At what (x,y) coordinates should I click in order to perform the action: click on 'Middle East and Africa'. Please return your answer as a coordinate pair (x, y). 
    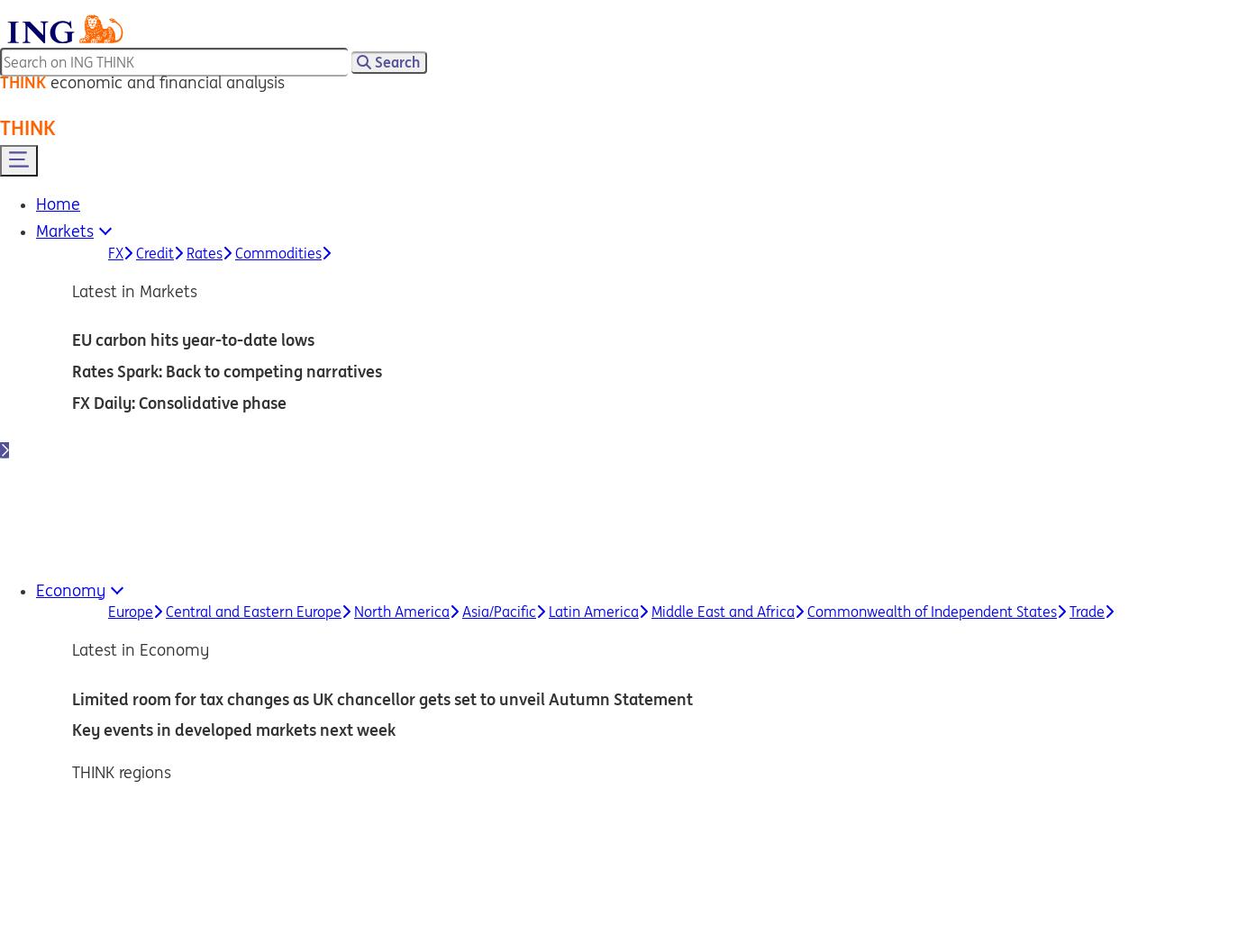
    Looking at the image, I should click on (722, 612).